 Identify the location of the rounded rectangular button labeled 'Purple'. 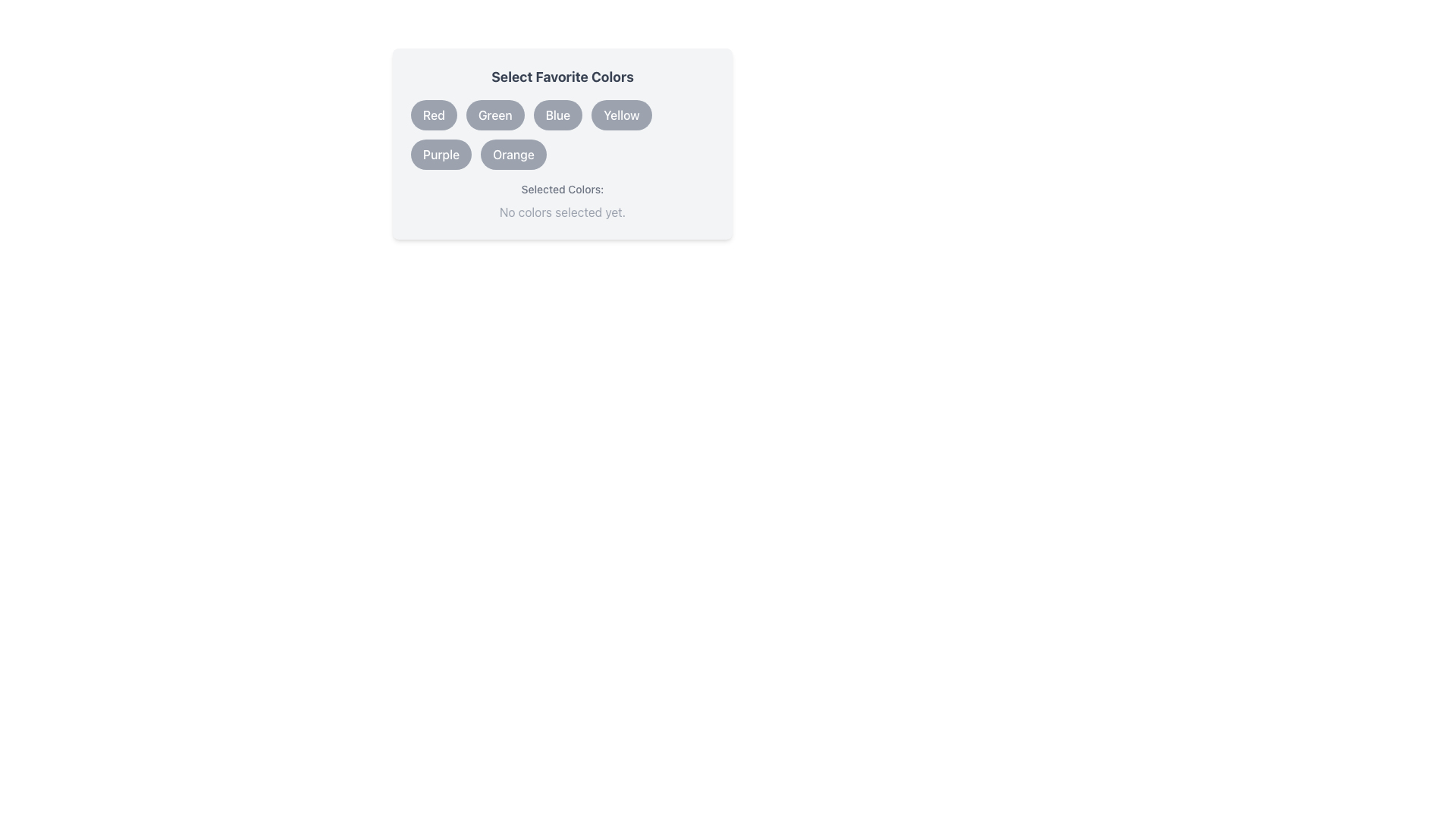
(440, 155).